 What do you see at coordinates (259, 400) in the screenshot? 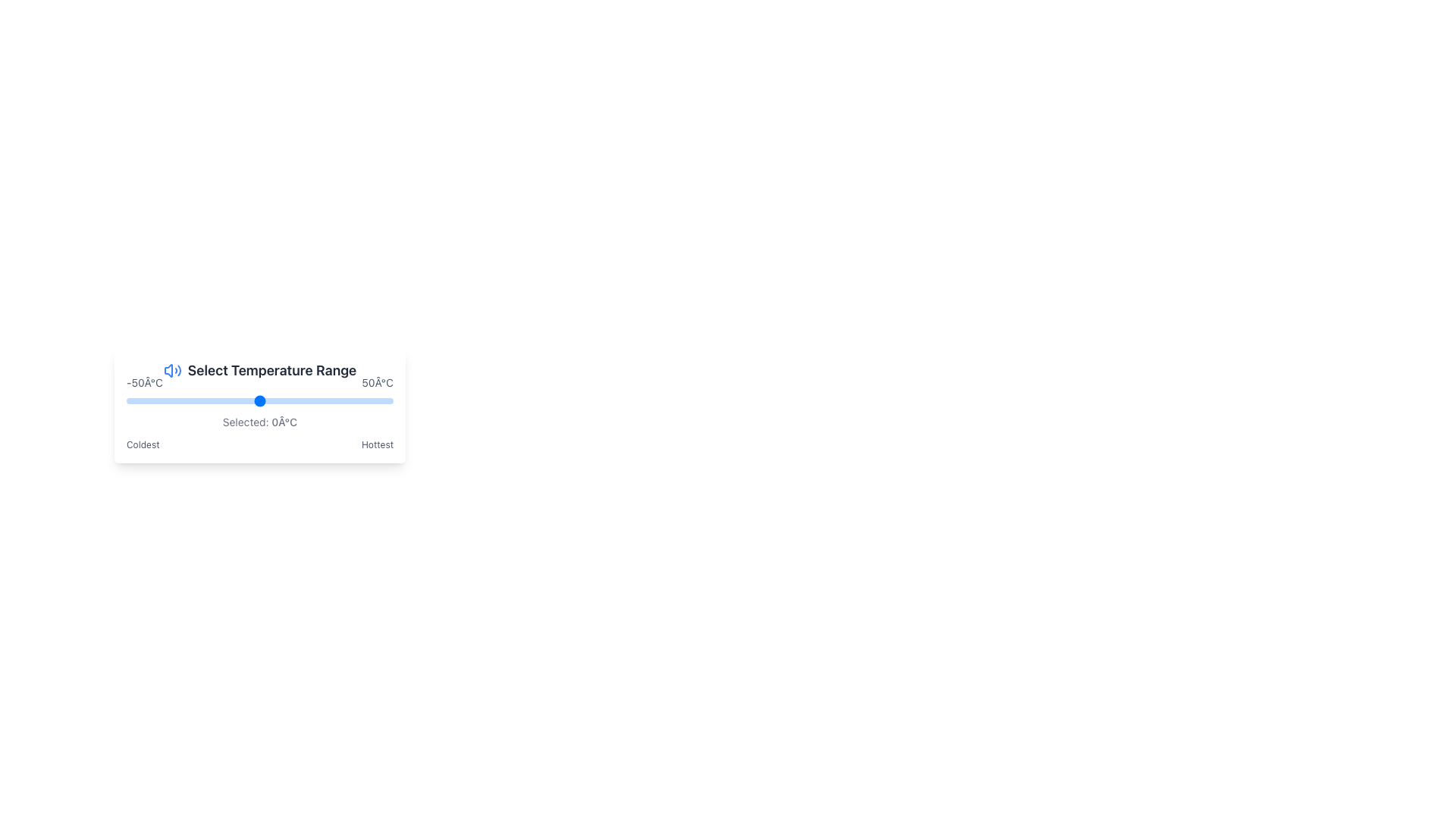
I see `the temperature slider` at bounding box center [259, 400].